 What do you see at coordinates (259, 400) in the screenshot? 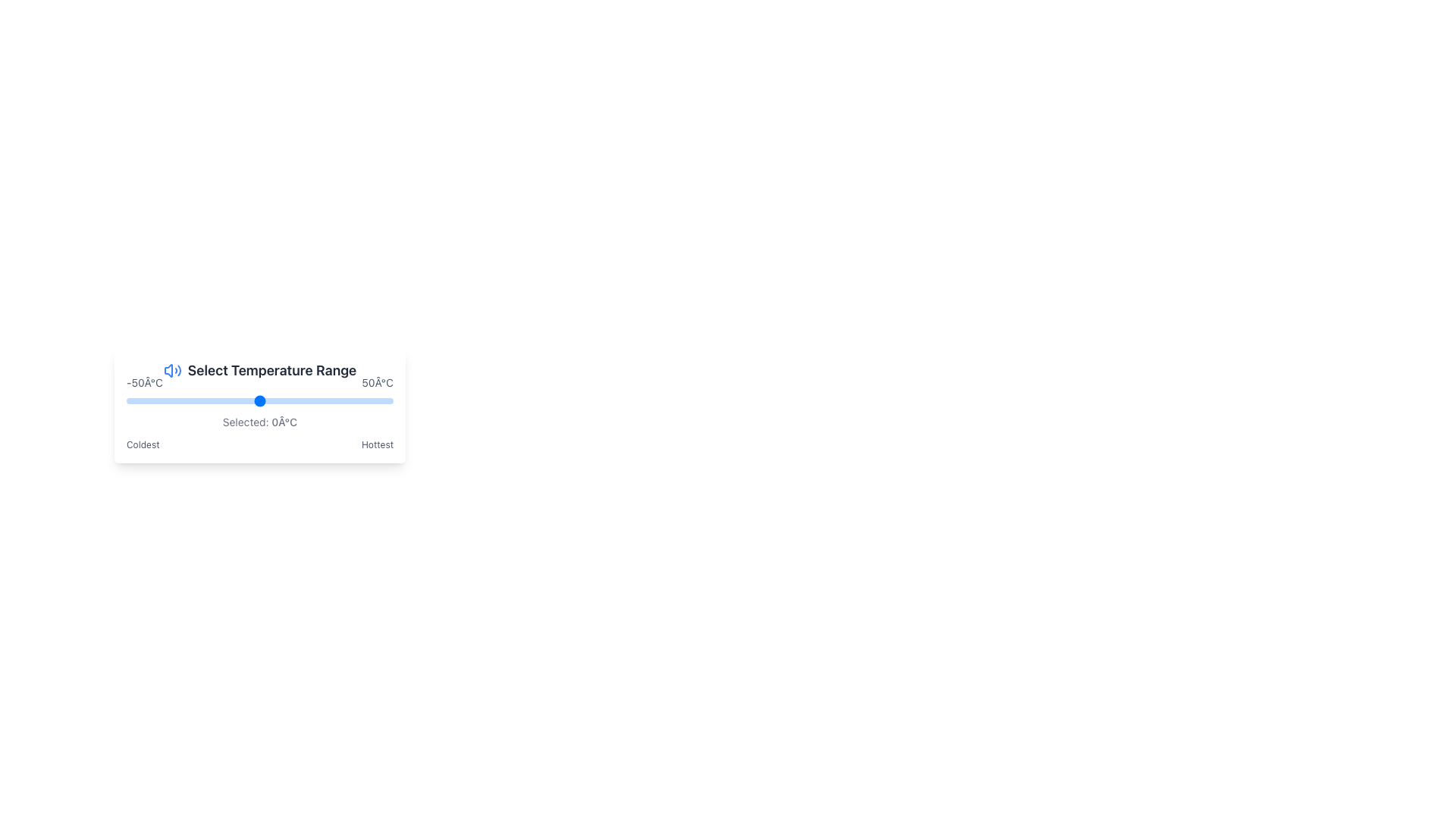
I see `the temperature slider` at bounding box center [259, 400].